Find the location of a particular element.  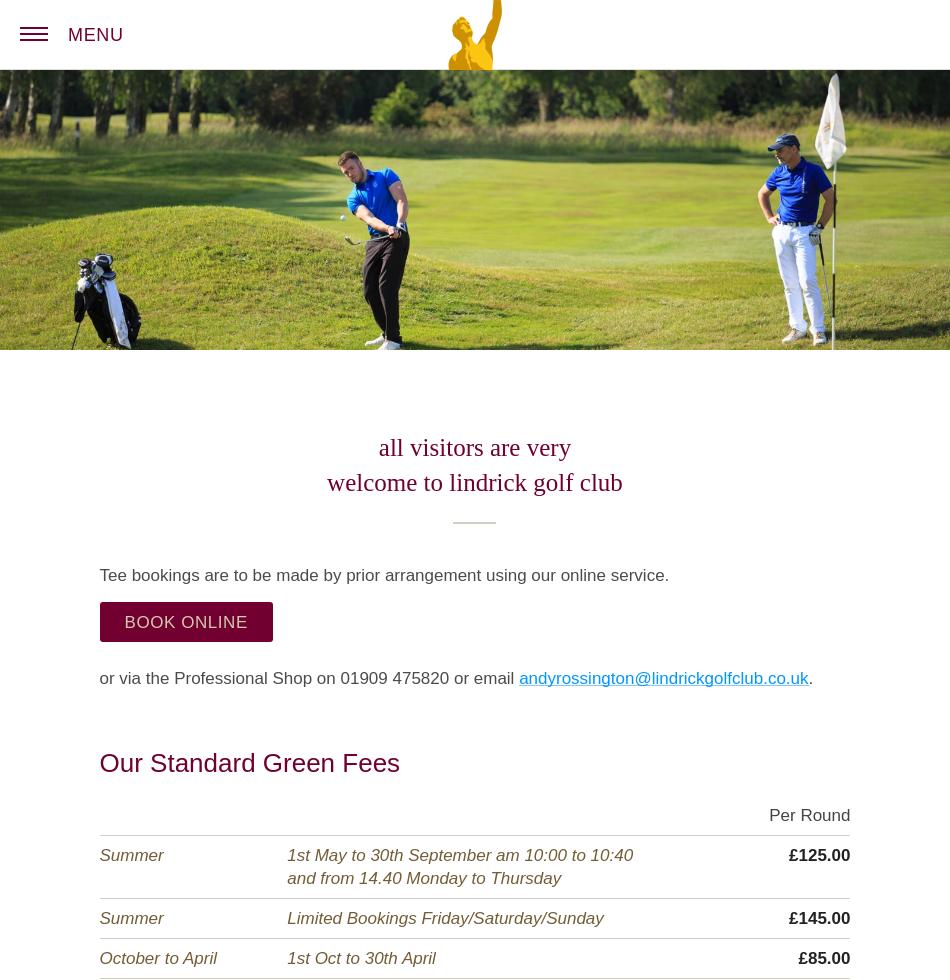

'welcome to lindrick golf club' is located at coordinates (473, 482).